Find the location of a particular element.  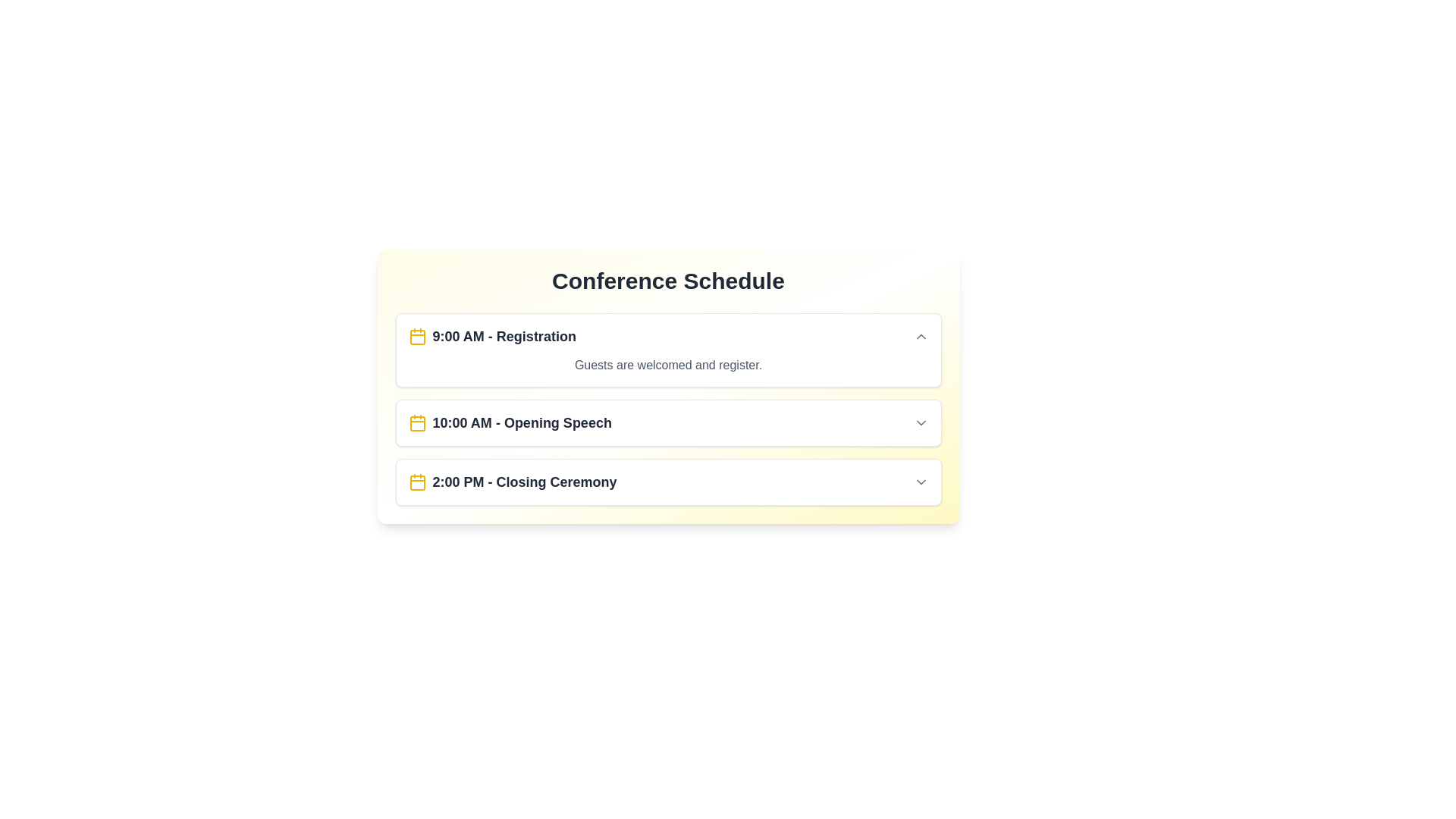

the central text label displaying the timing and title of a scheduled item in the conference agenda, located within the 'Conference Schedule' list is located at coordinates (522, 423).